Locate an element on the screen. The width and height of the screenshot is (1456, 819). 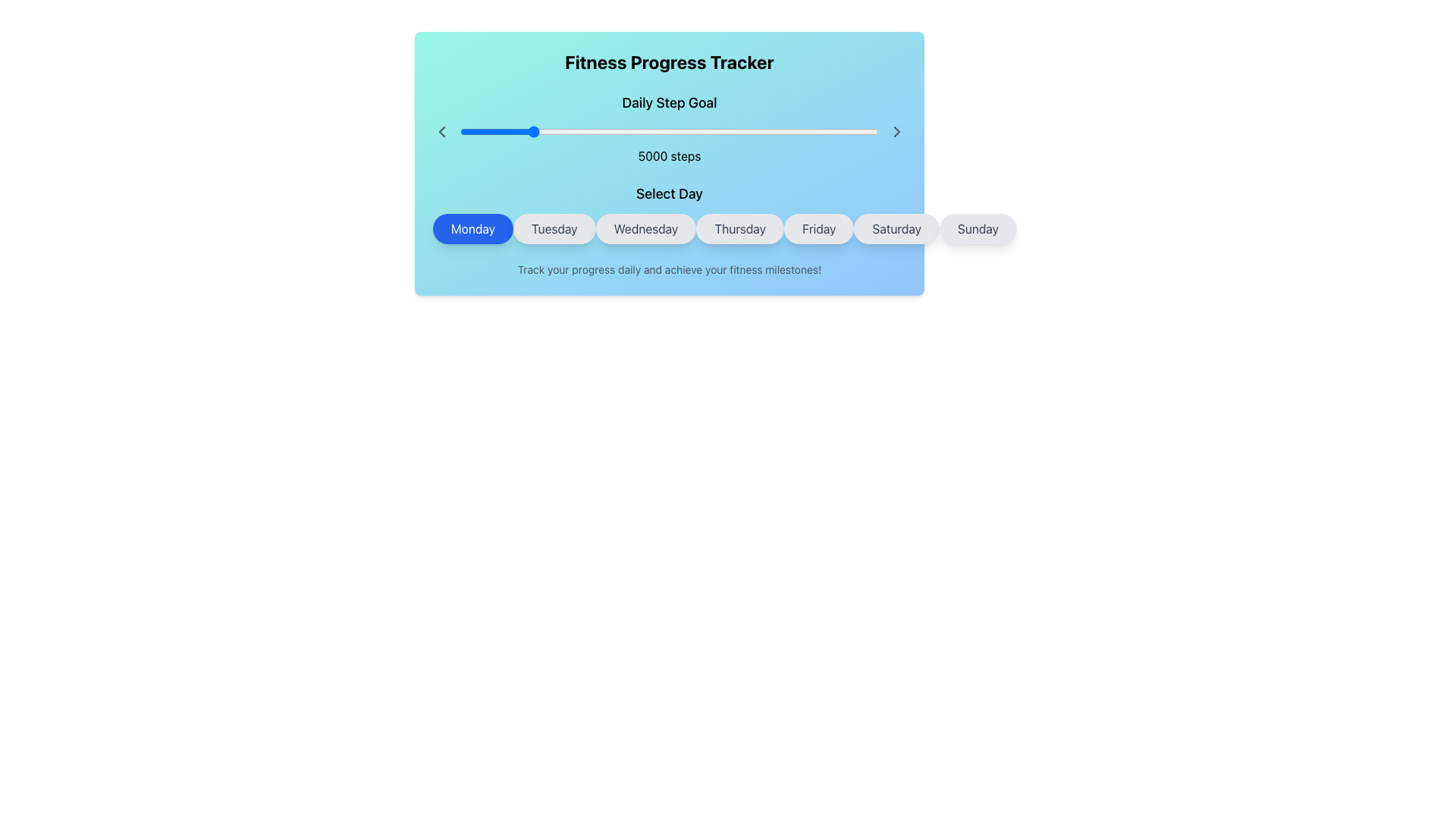
the 'Monday' button located at the top-left position of the row of buttons representing days of the week, beneath the 'Select Day' label is located at coordinates (472, 228).